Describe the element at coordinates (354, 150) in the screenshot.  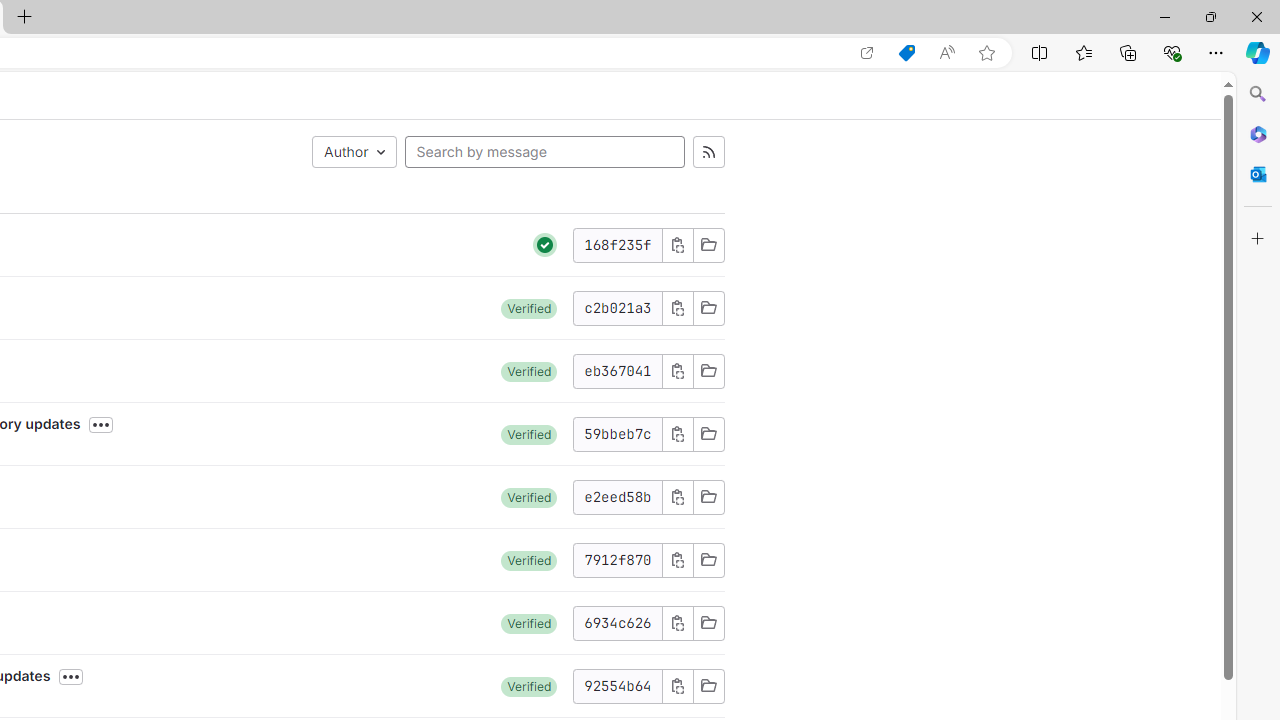
I see `'Author'` at that location.